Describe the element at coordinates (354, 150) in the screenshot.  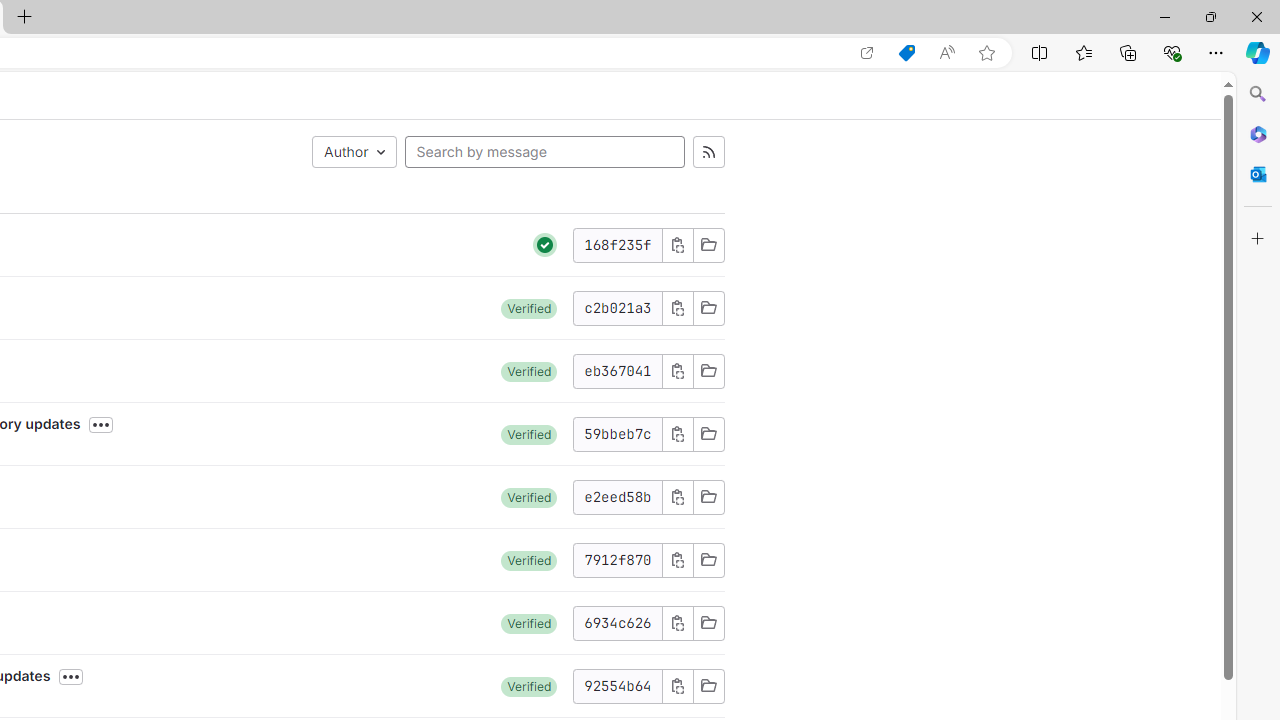
I see `'Author'` at that location.